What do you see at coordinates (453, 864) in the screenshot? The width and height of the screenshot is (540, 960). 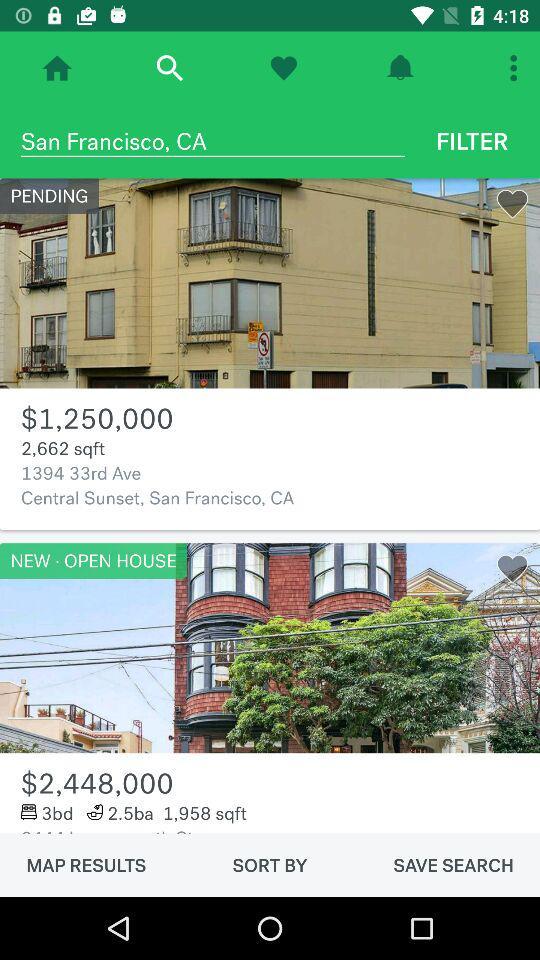 I see `save search item` at bounding box center [453, 864].